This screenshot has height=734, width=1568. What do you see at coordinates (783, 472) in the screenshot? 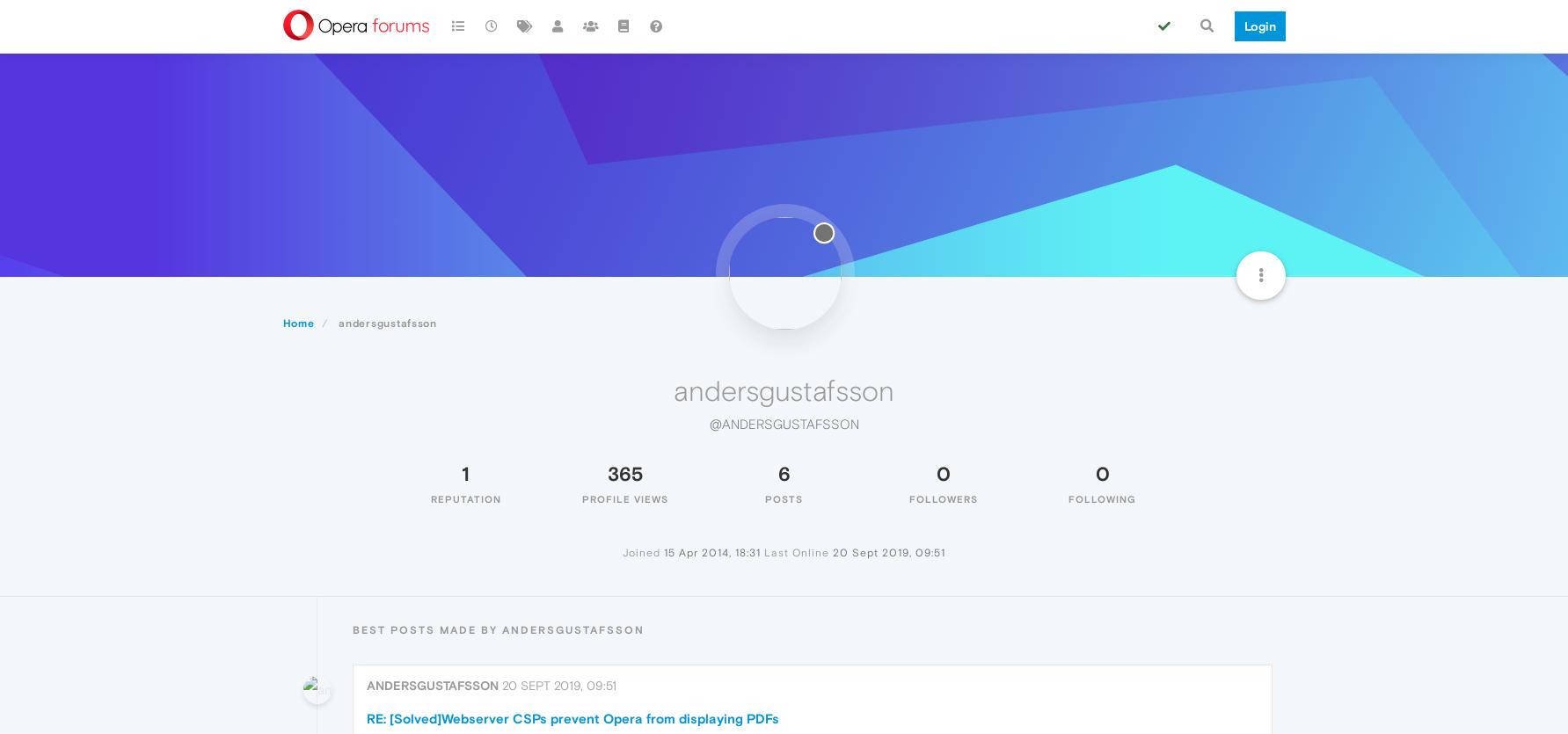
I see `'6'` at bounding box center [783, 472].